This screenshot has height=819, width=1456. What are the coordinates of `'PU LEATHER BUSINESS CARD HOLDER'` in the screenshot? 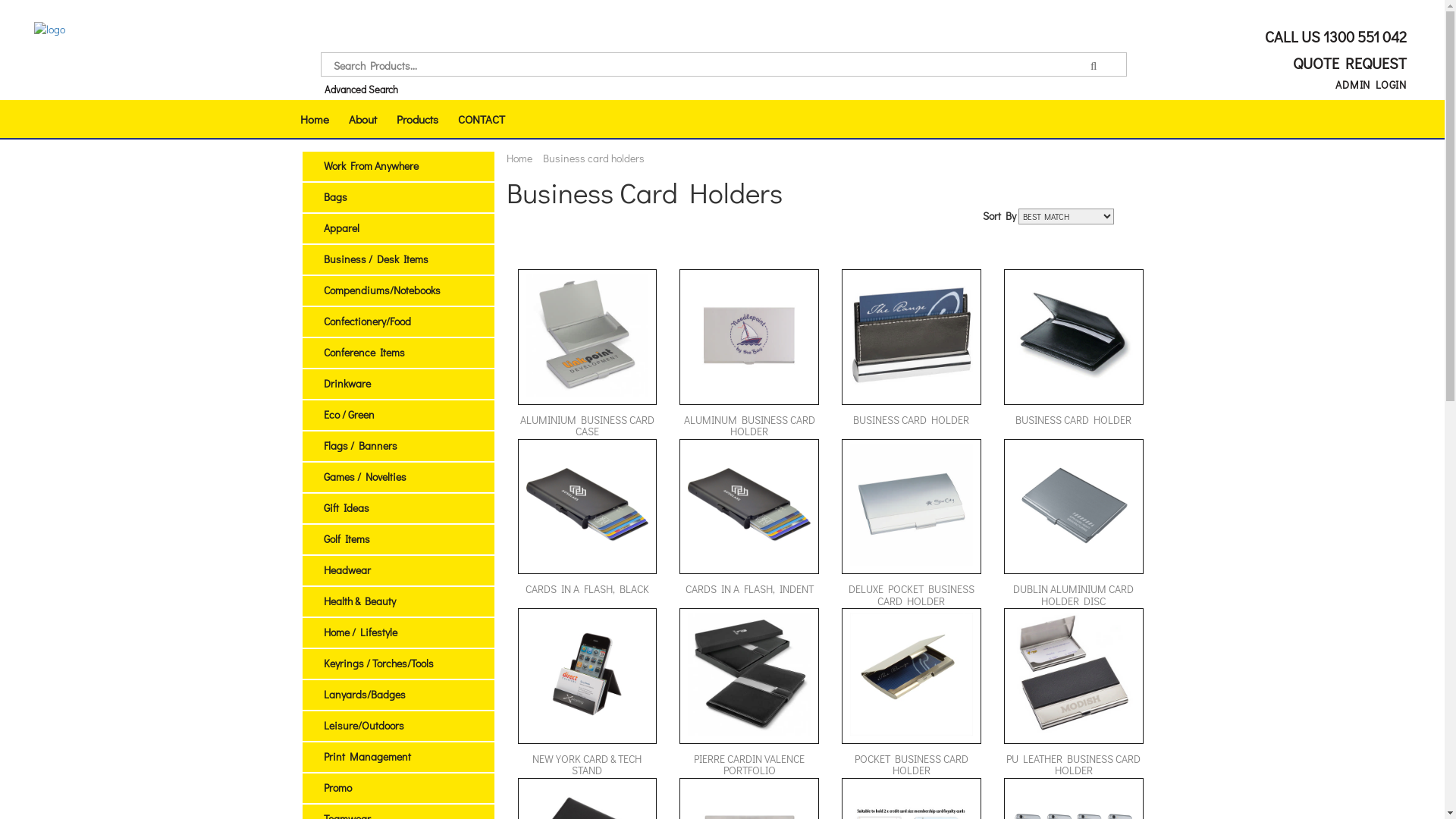 It's located at (1073, 693).